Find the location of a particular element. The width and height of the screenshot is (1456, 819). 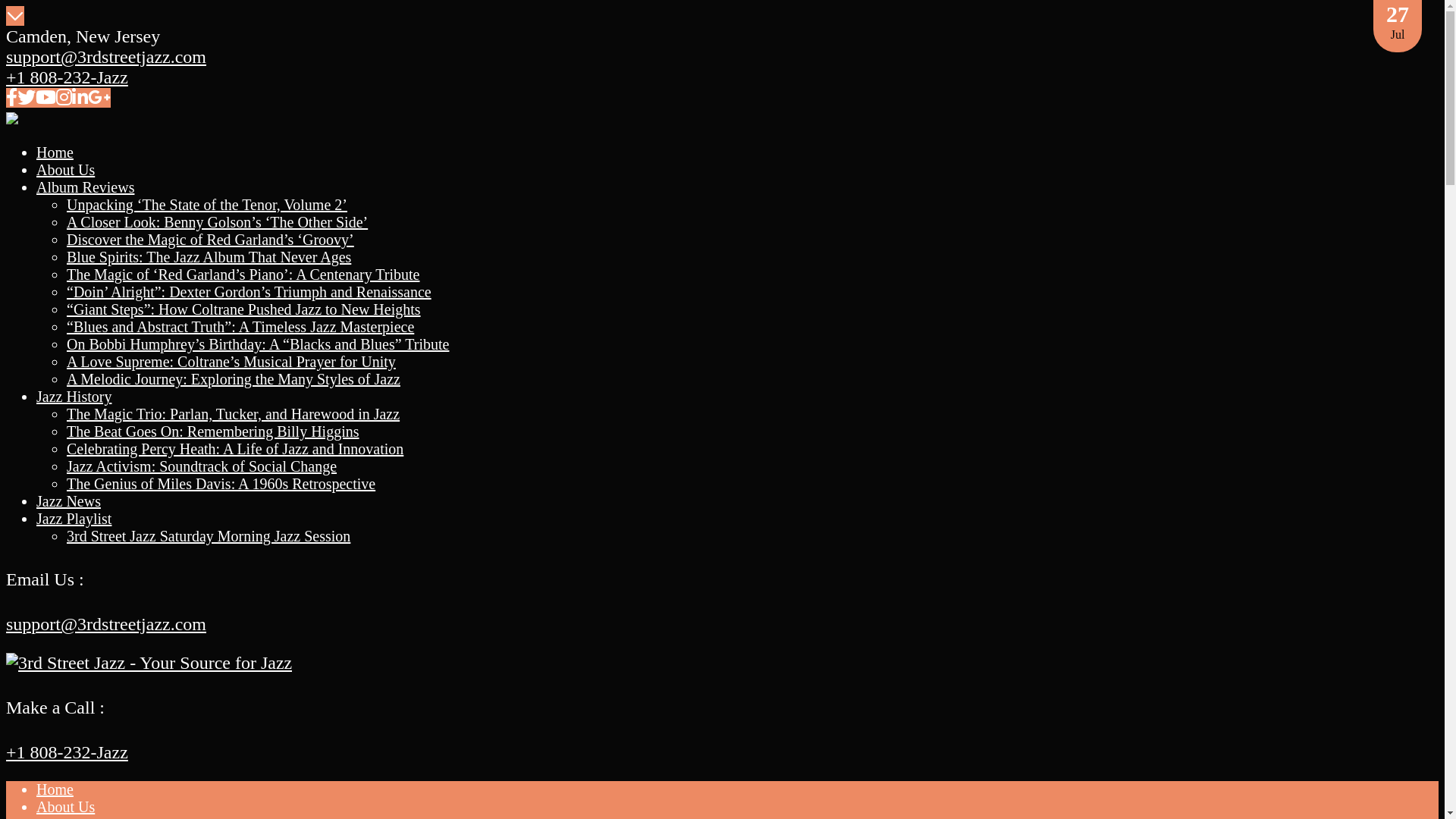

'Jazz News' is located at coordinates (67, 500).